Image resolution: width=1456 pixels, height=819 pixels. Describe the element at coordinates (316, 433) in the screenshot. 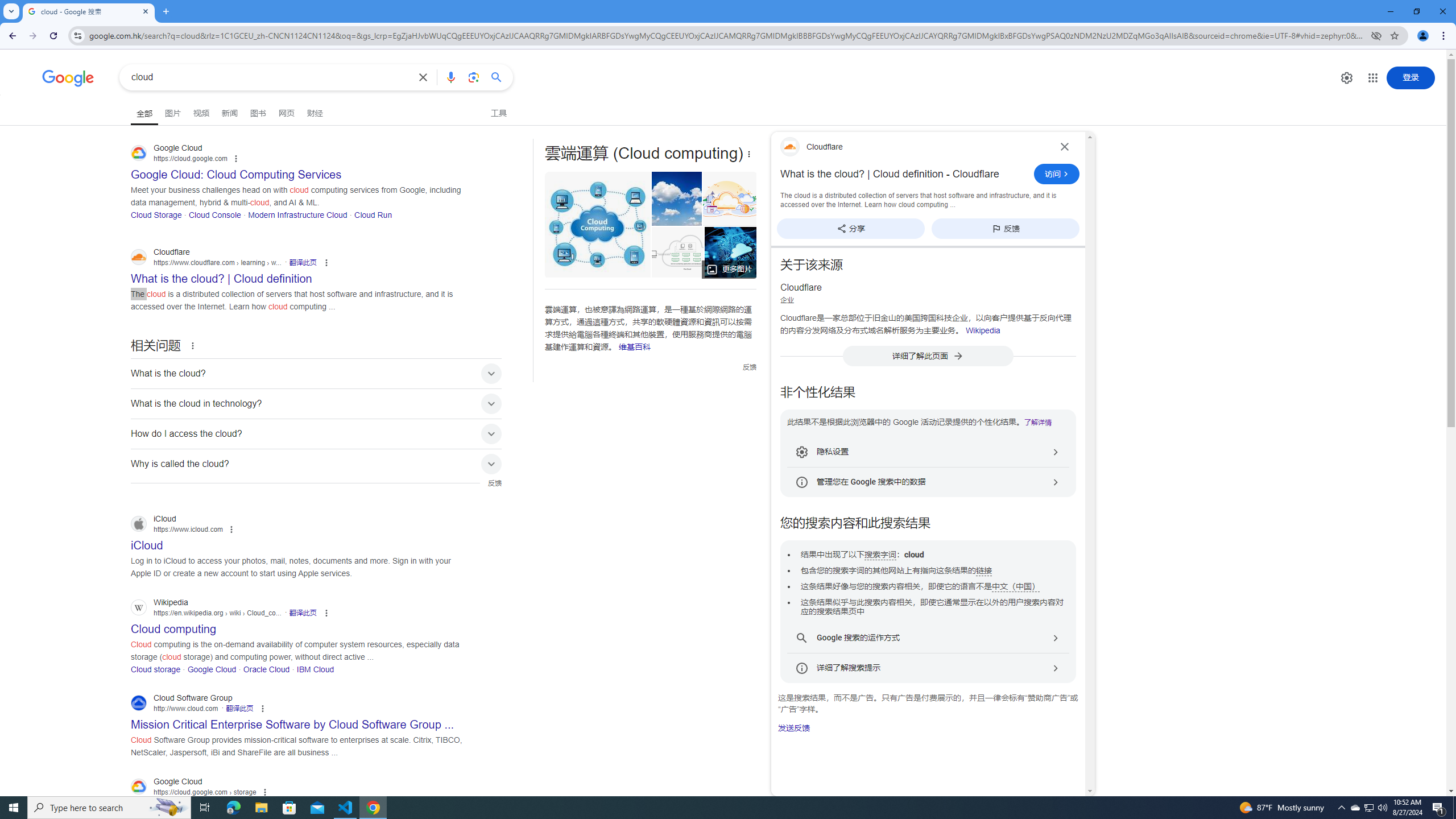

I see `'How do I access the cloud?'` at that location.